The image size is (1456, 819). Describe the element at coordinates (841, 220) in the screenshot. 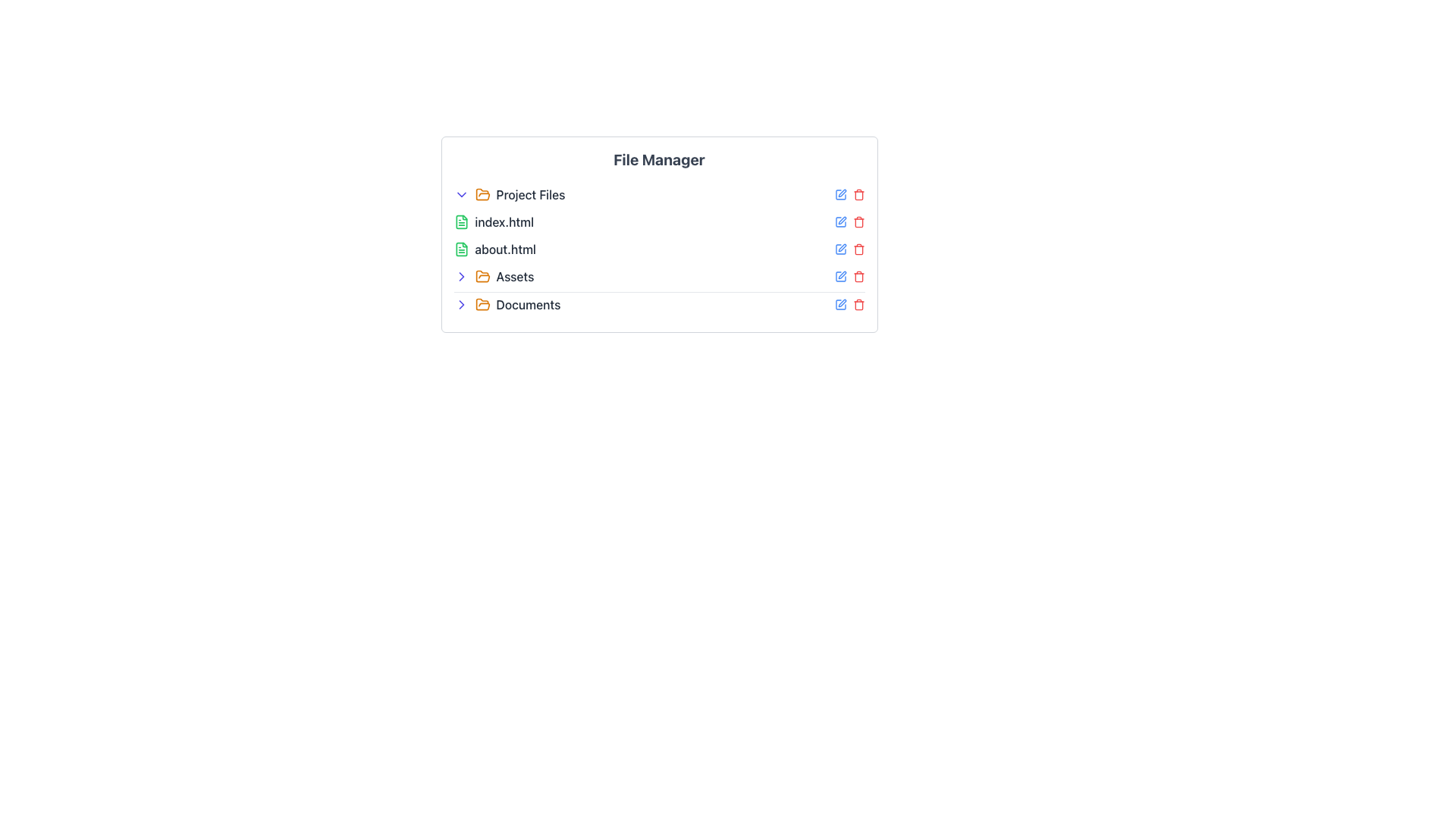

I see `the icon button with a pen icon located in the toolbar next to the 'index.html' file` at that location.